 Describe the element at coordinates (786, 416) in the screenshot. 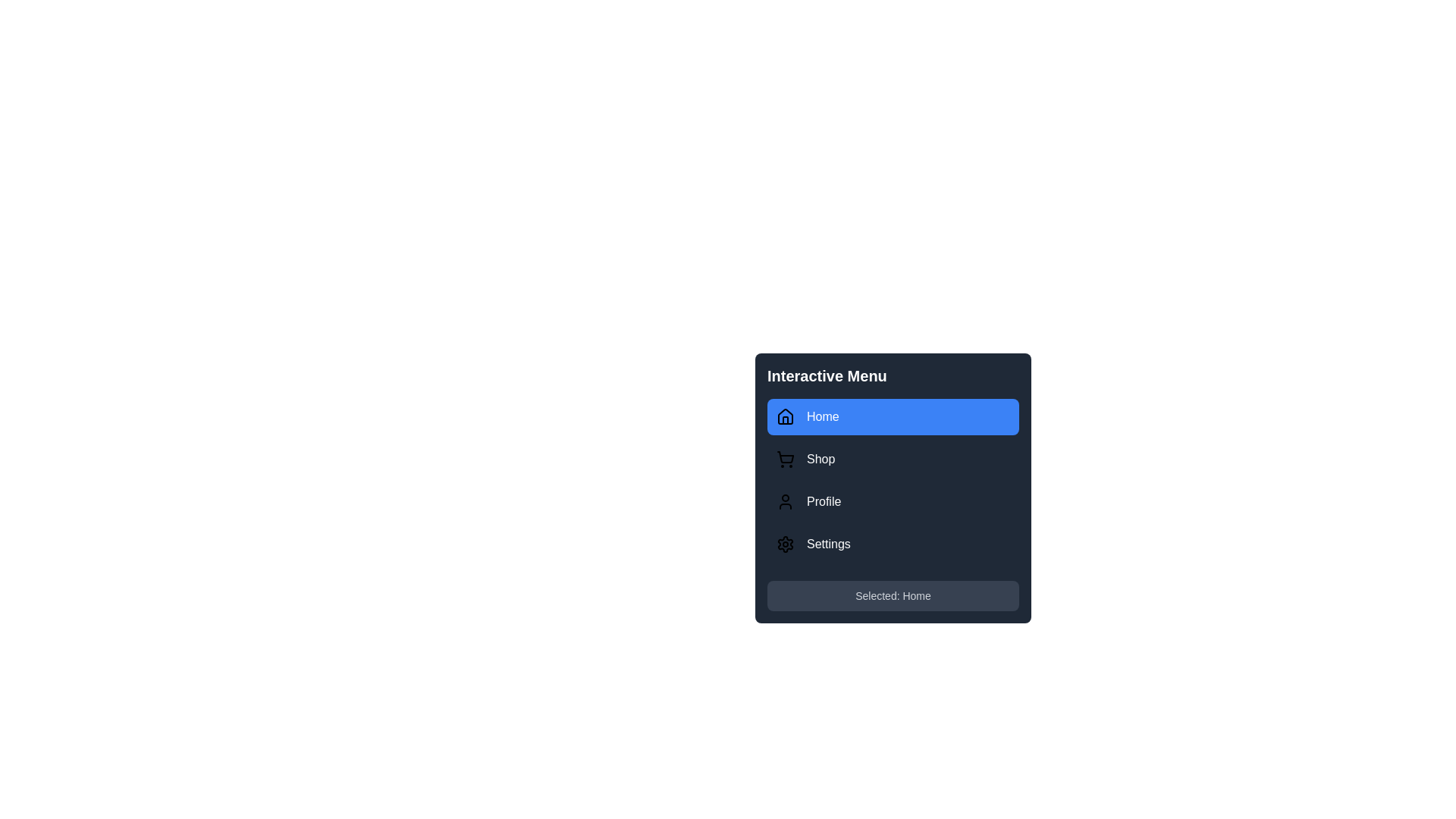

I see `the decorative SVG icon of a house located in the navigation menu, positioned left of the 'Home' text label` at that location.